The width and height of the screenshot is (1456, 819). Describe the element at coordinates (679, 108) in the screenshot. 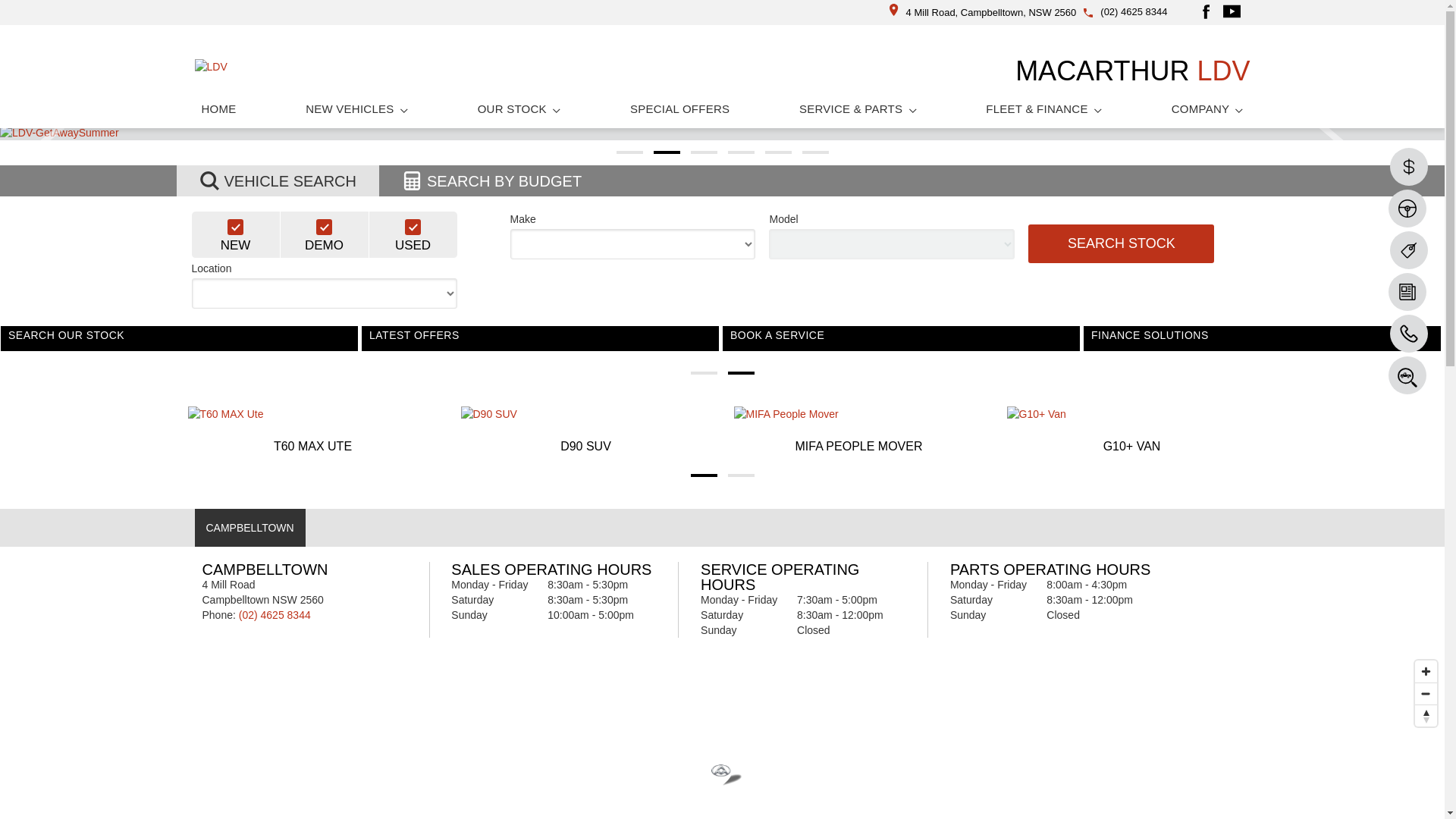

I see `'SPECIAL OFFERS'` at that location.